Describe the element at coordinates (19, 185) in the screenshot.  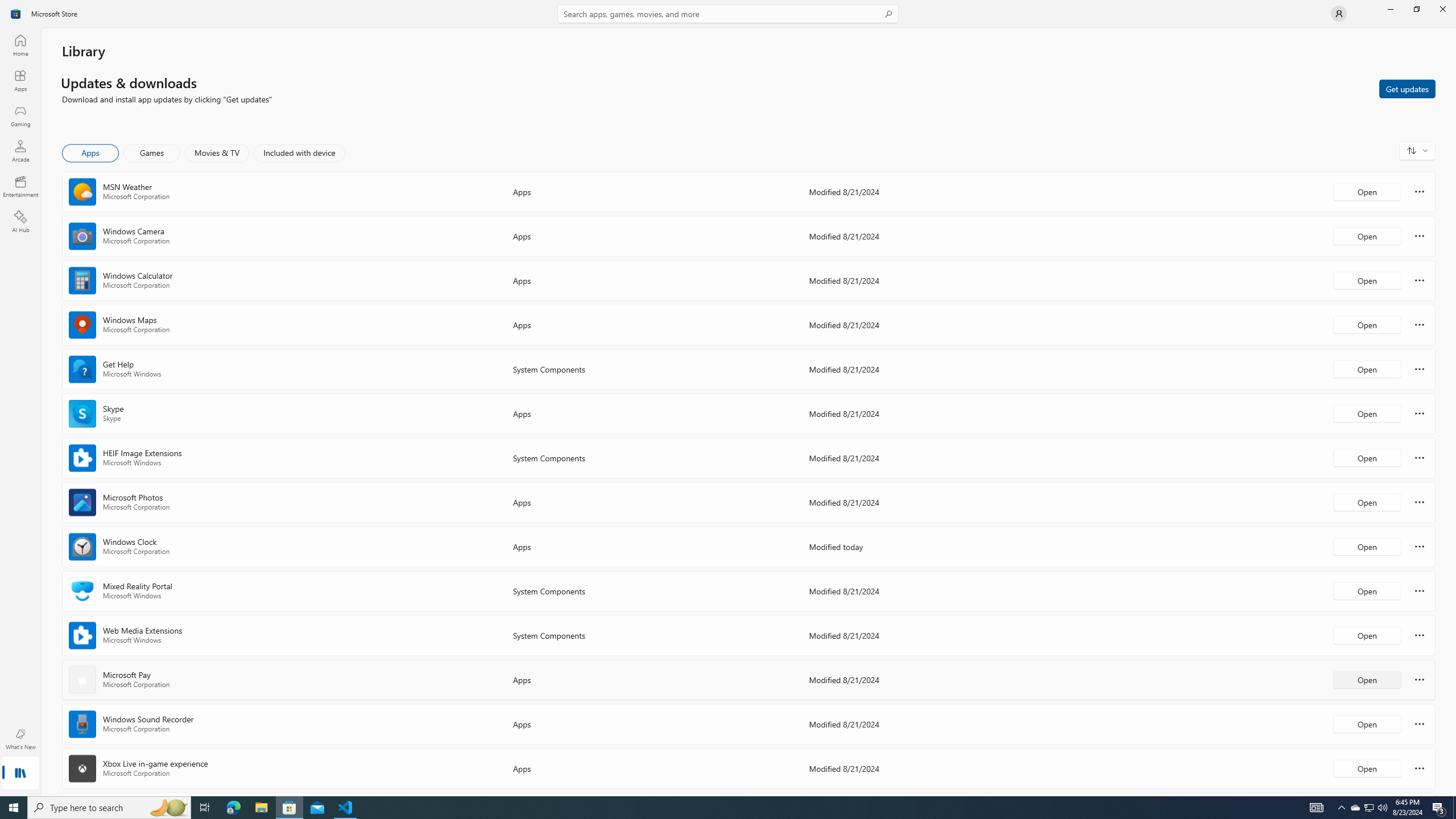
I see `'Entertainment'` at that location.